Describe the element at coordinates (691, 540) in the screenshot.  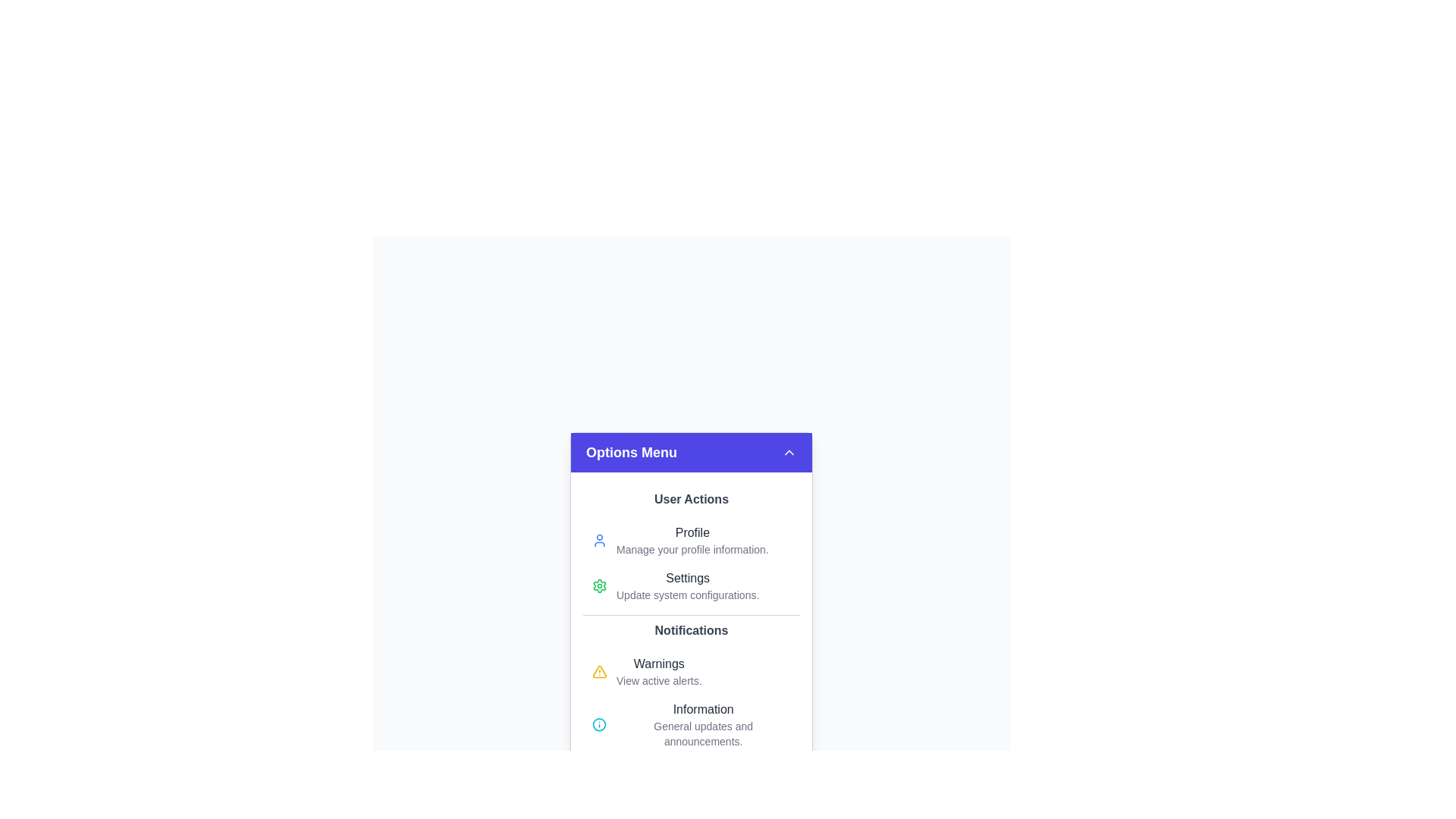
I see `the 'Profile' menu item, which features a blue user silhouette icon and bold text labeled 'Profile'` at that location.